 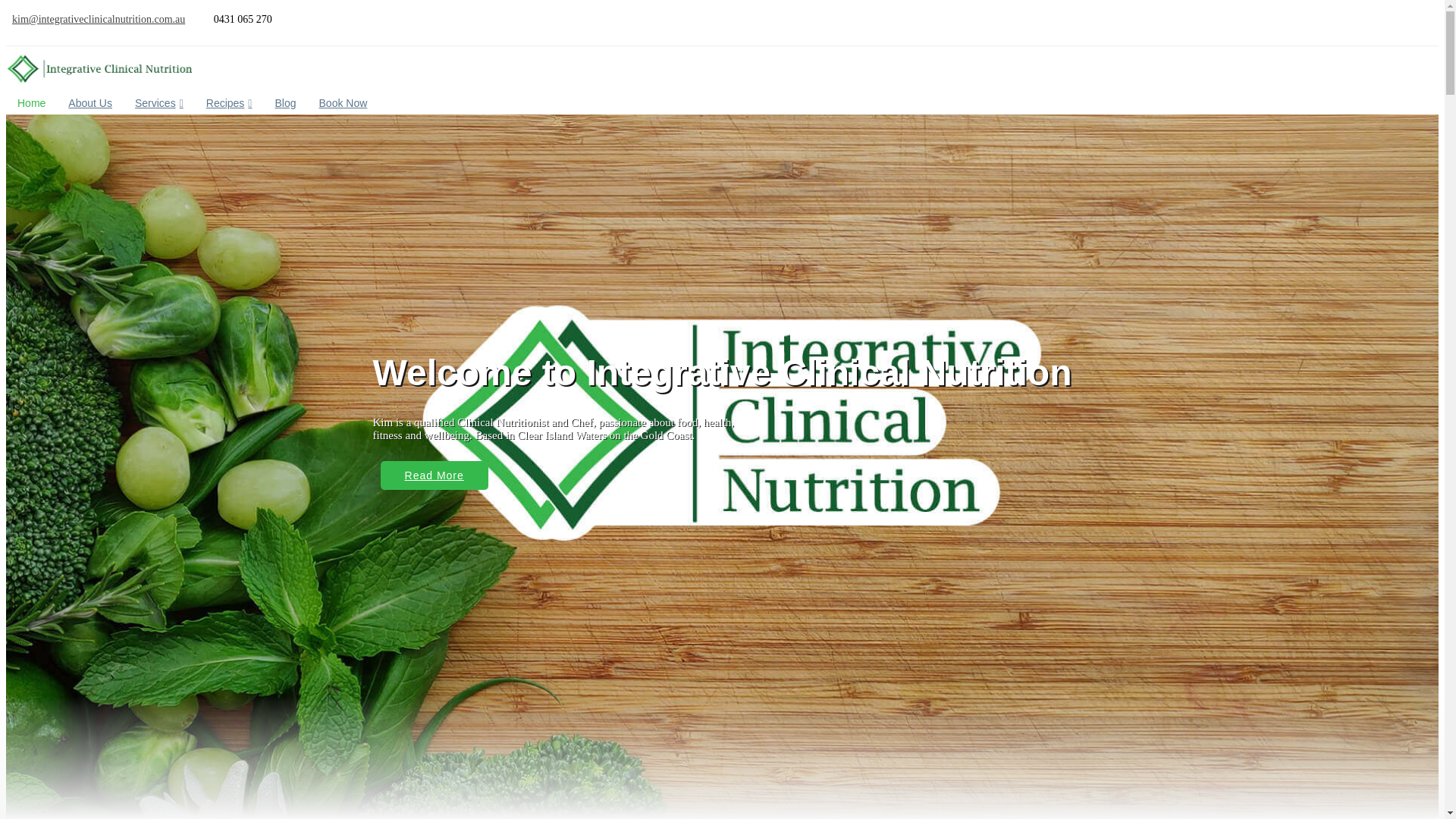 I want to click on 'About Us', so click(x=89, y=102).